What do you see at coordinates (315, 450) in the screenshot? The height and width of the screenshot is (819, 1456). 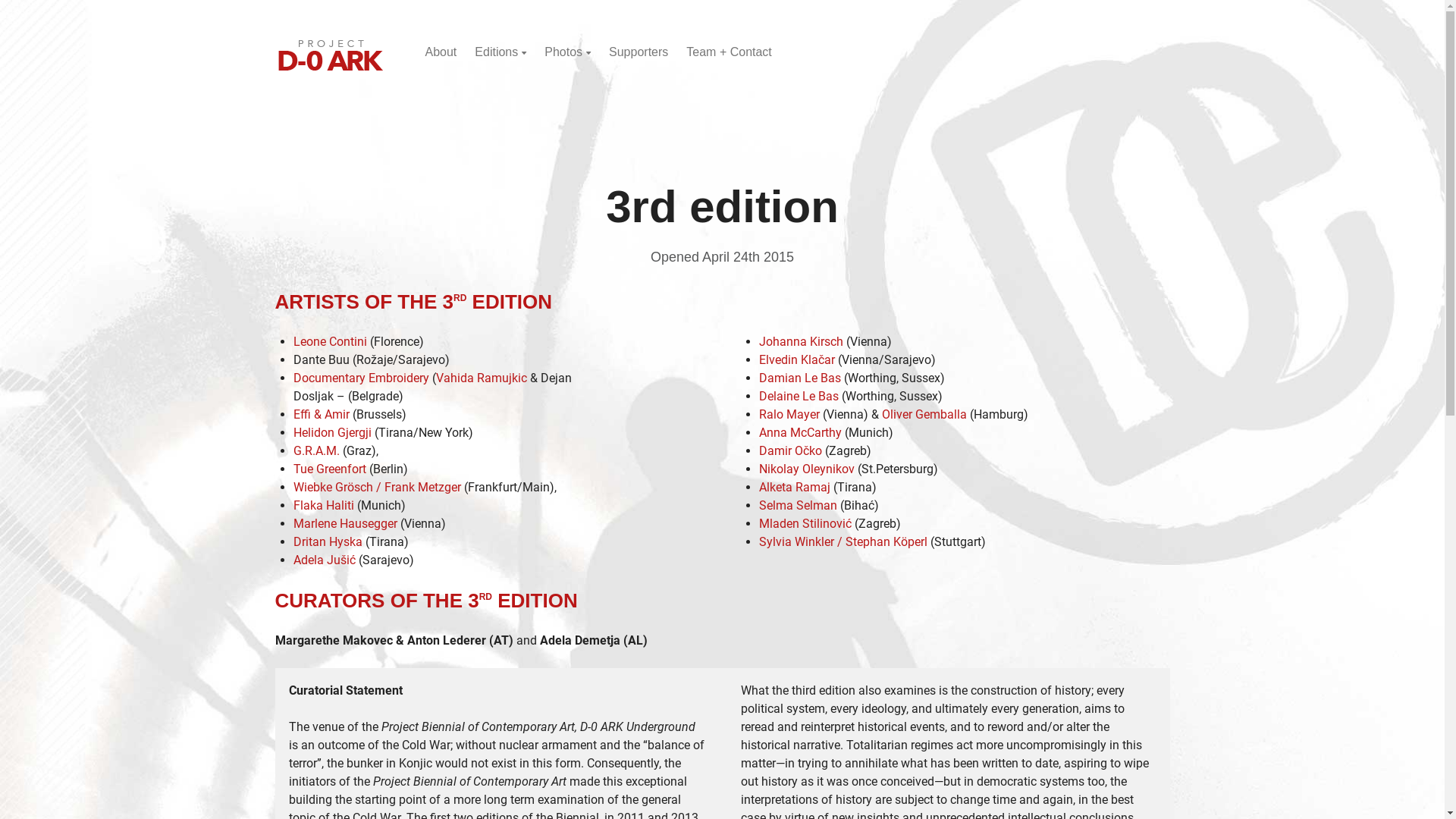 I see `'G.R.A.M.'` at bounding box center [315, 450].